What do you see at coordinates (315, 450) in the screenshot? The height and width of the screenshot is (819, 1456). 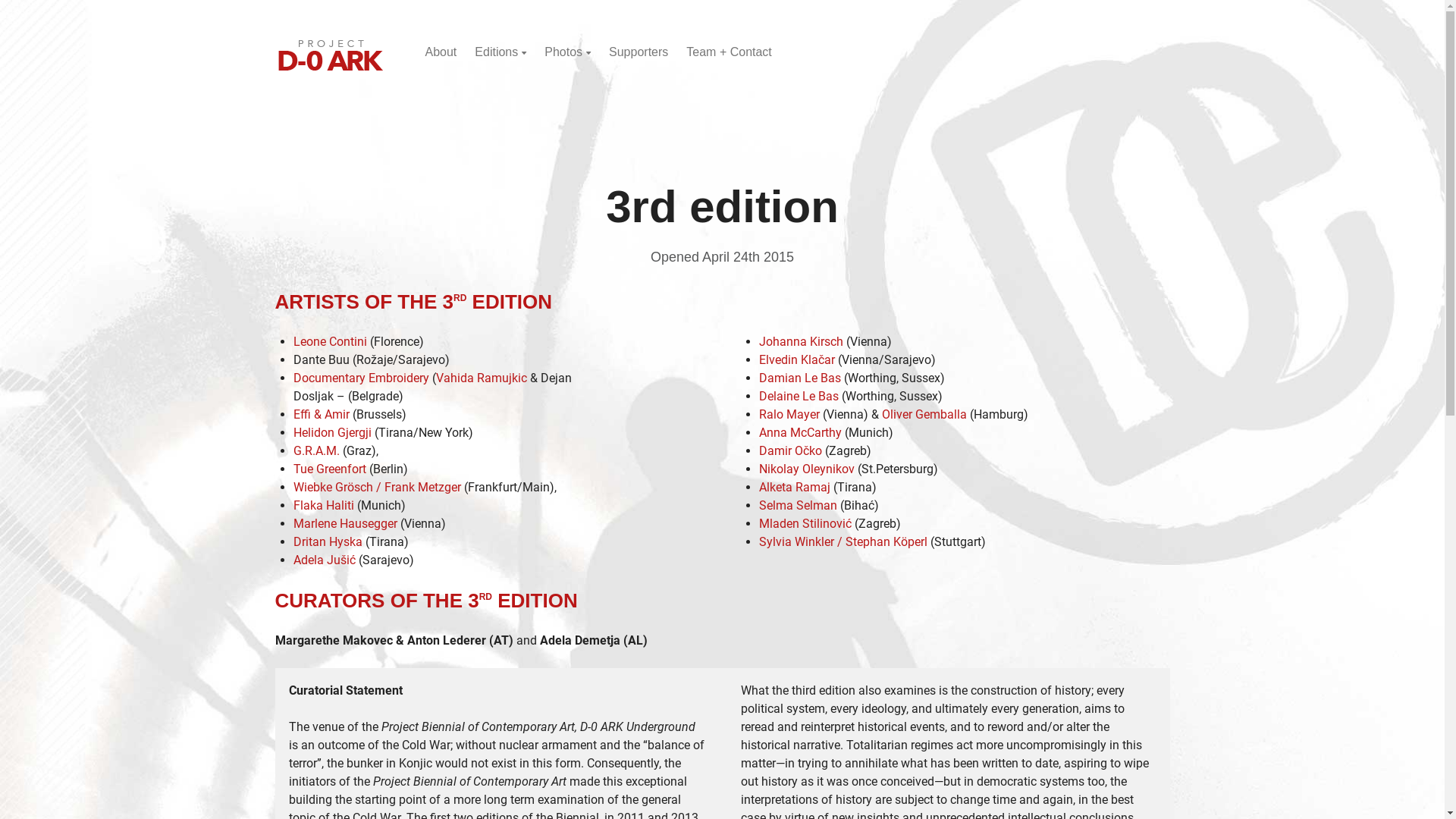 I see `'G.R.A.M.'` at bounding box center [315, 450].